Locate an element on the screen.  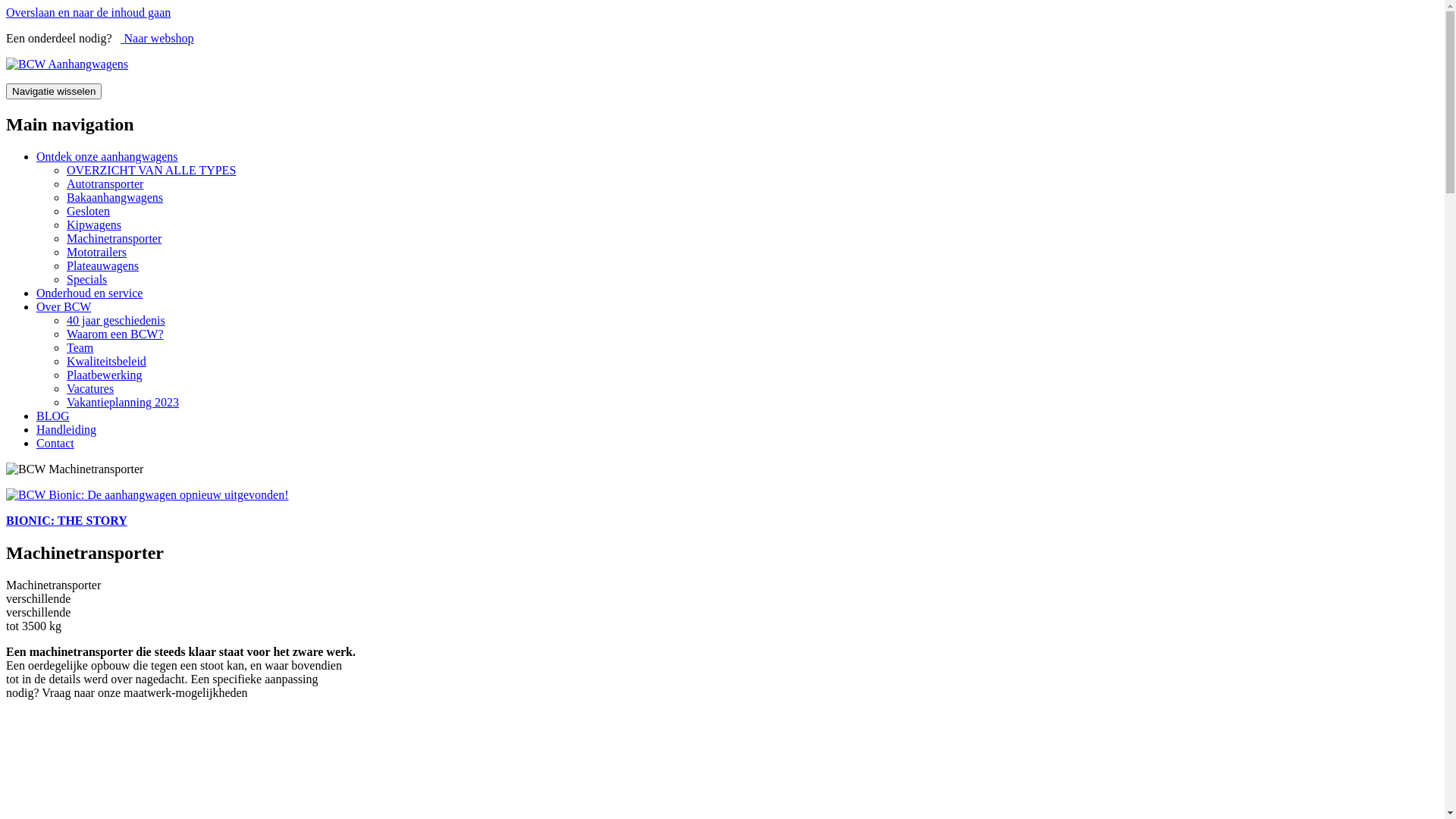
'Contact' is located at coordinates (55, 443).